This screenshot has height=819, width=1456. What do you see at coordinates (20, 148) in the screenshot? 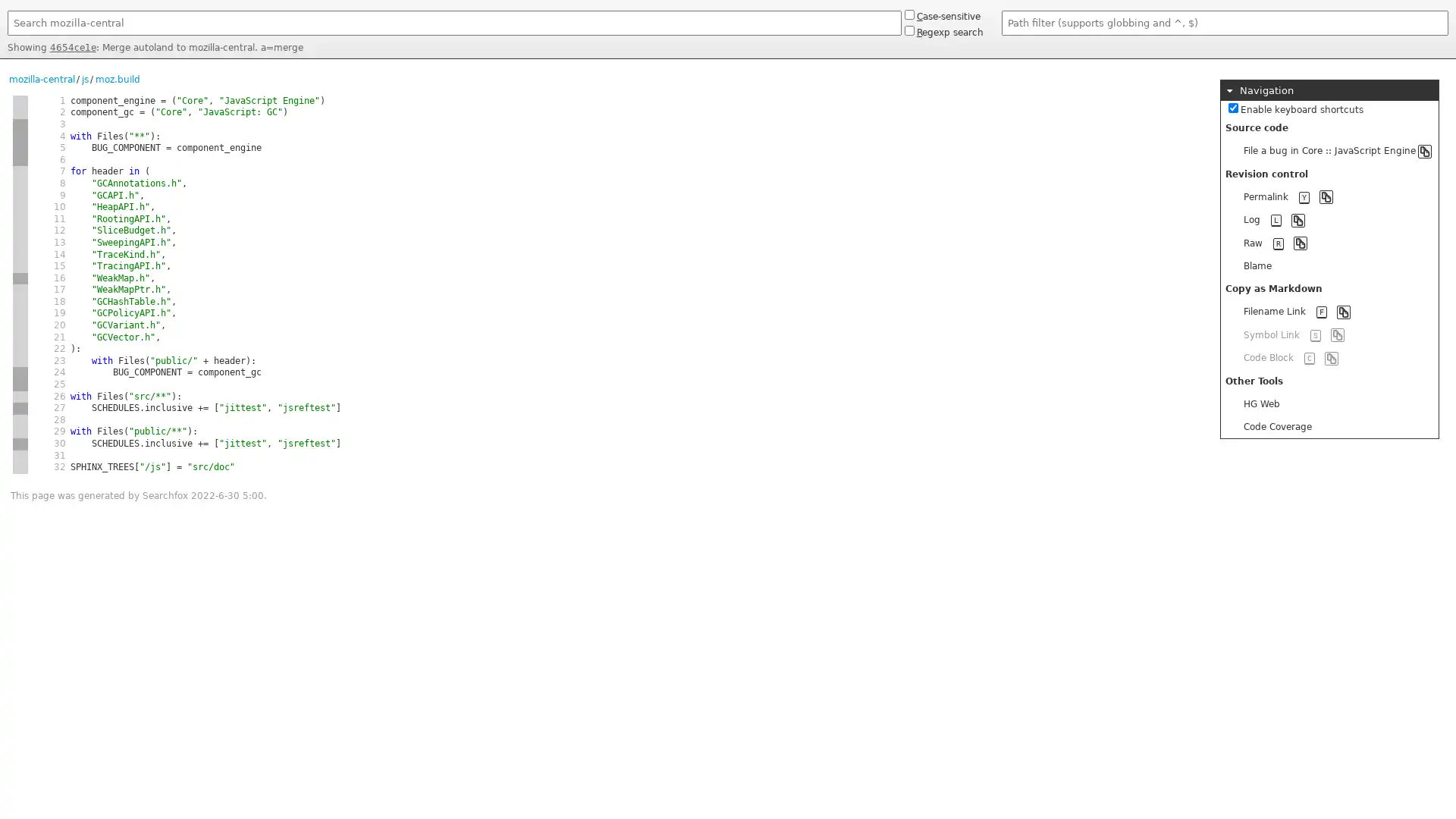
I see `same hash 2` at bounding box center [20, 148].